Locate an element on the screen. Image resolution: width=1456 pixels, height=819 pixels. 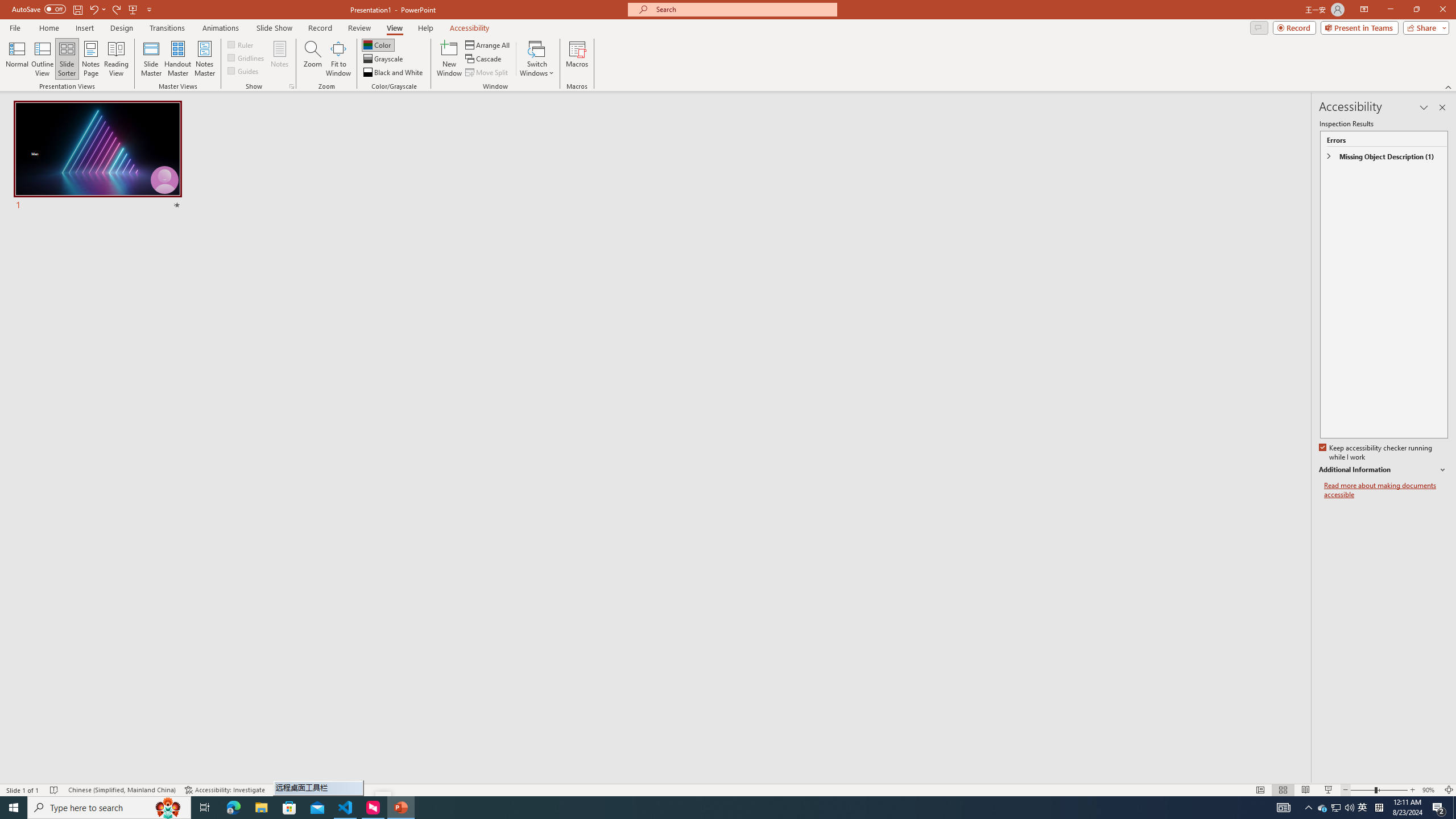
'Grid Settings...' is located at coordinates (292, 85).